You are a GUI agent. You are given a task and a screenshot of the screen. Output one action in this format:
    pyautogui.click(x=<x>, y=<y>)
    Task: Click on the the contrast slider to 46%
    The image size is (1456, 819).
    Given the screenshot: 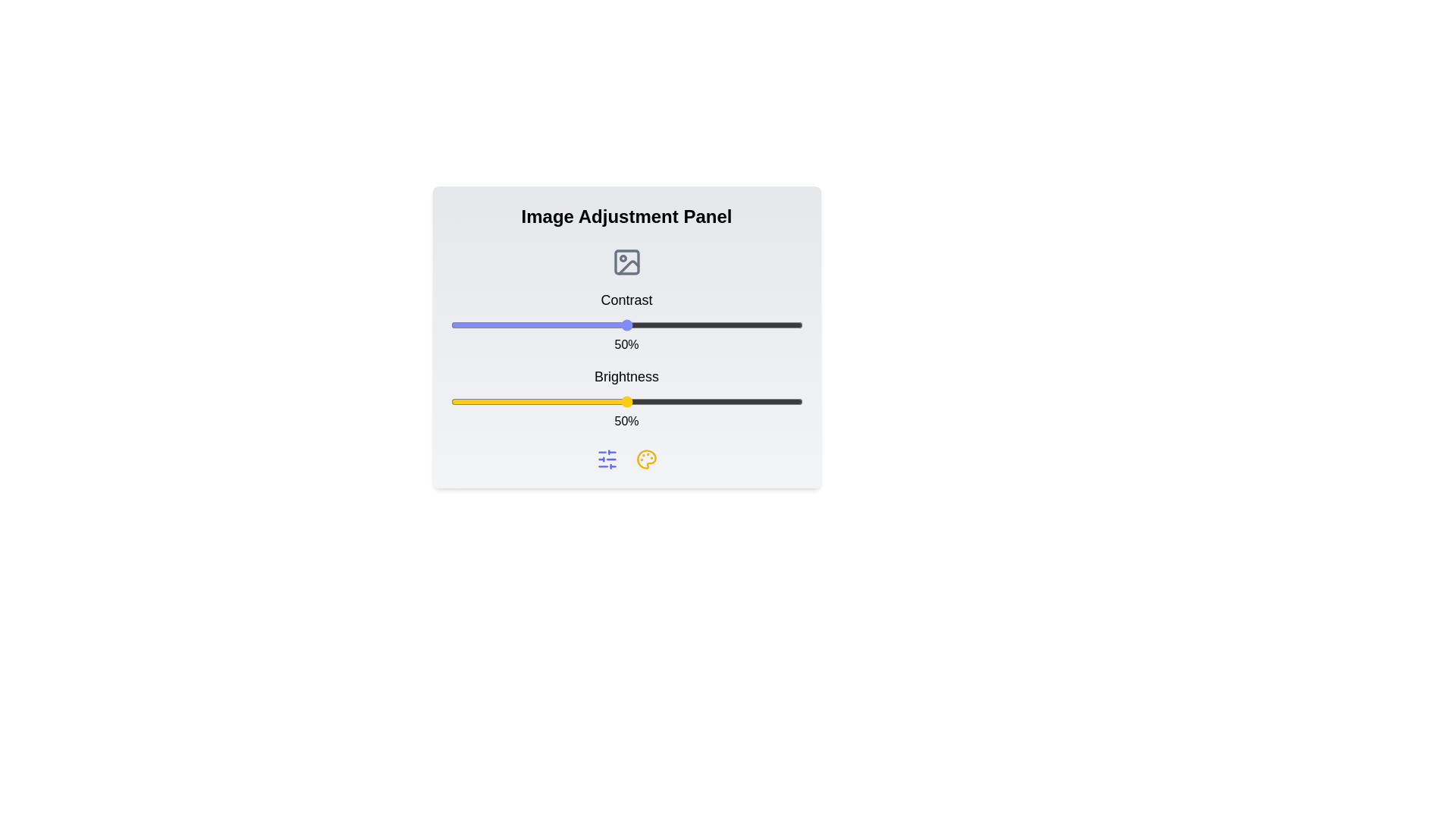 What is the action you would take?
    pyautogui.click(x=612, y=324)
    